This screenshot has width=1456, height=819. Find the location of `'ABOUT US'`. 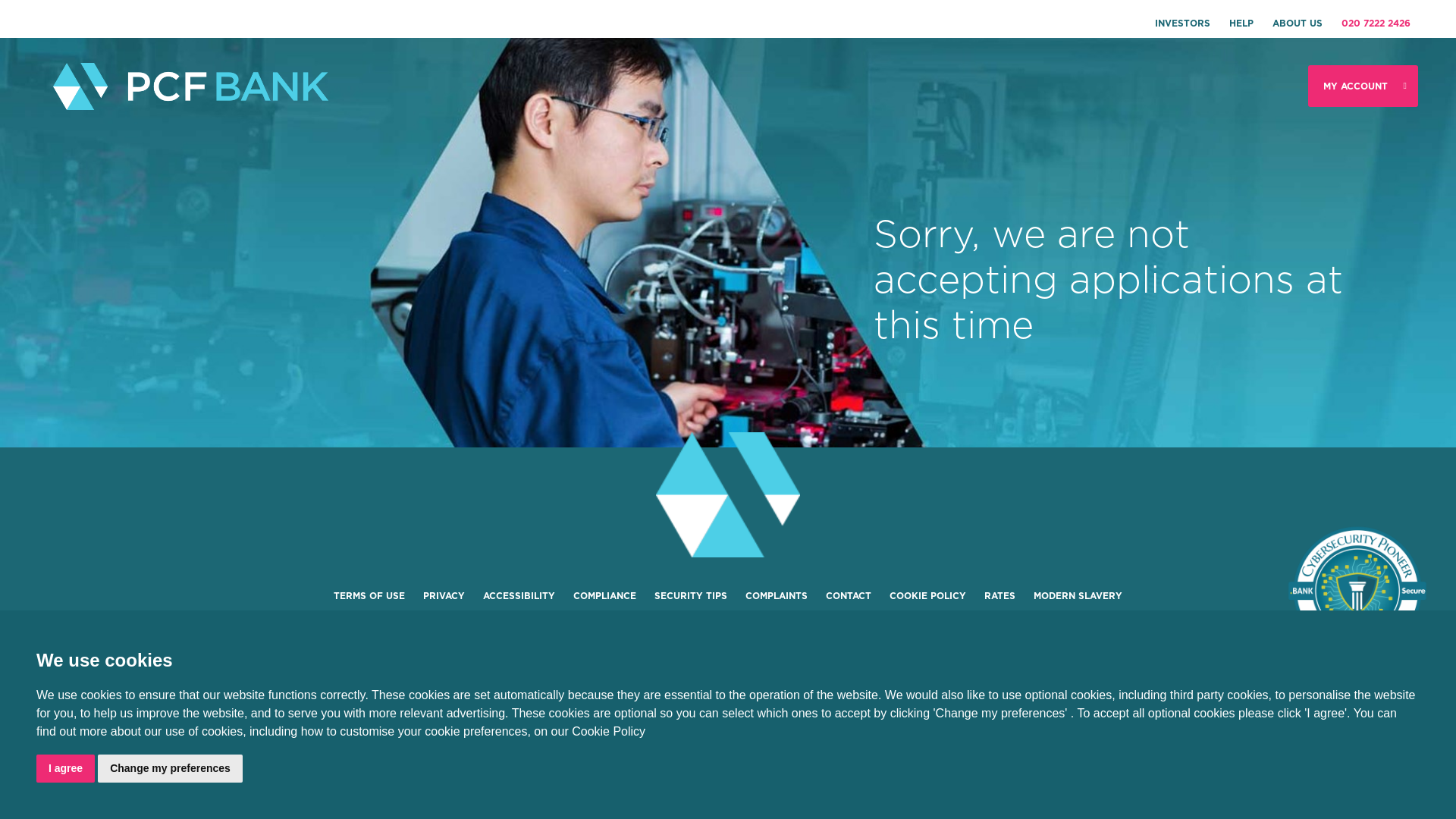

'ABOUT US' is located at coordinates (1296, 24).